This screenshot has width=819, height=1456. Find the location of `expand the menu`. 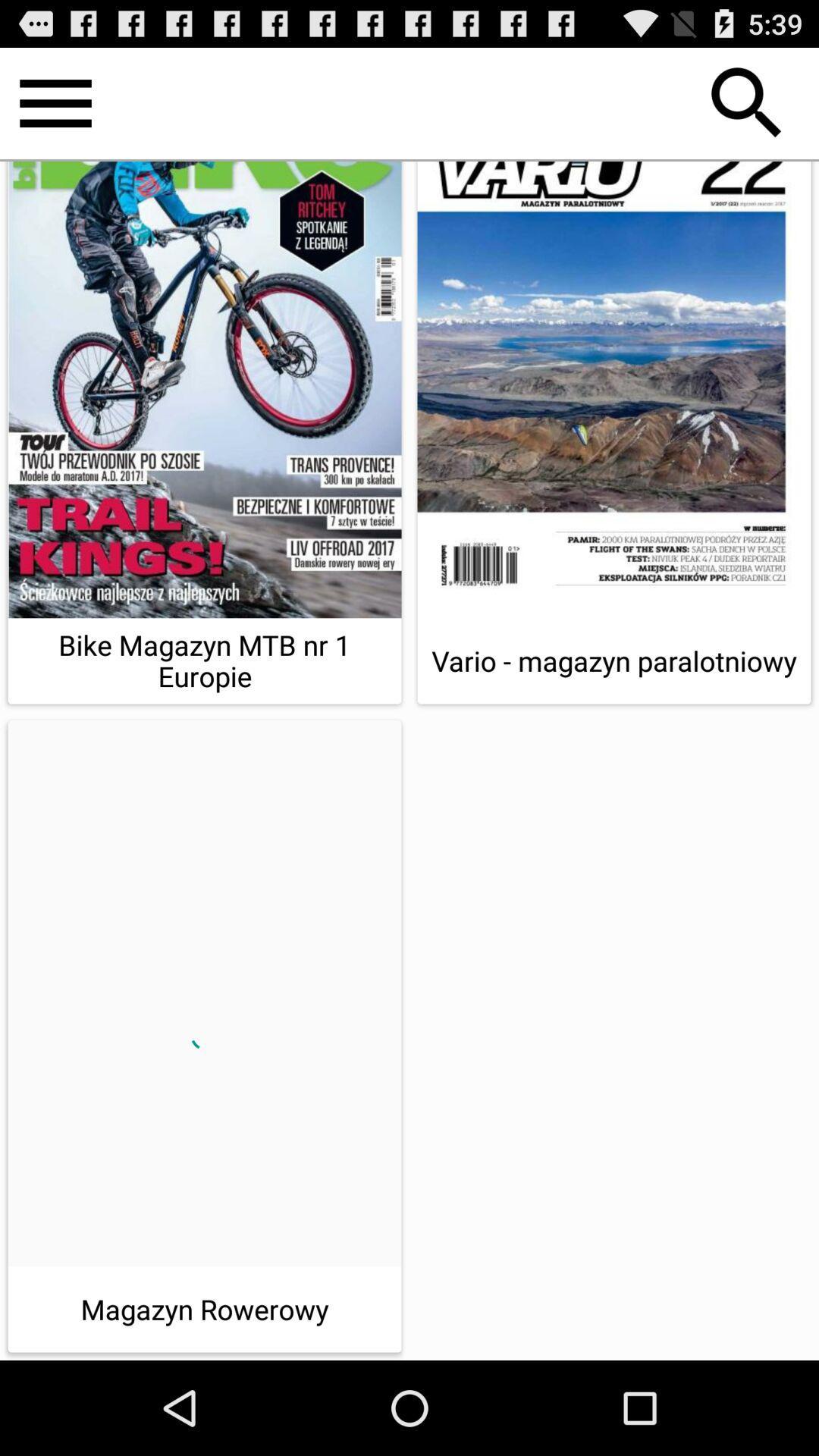

expand the menu is located at coordinates (55, 102).